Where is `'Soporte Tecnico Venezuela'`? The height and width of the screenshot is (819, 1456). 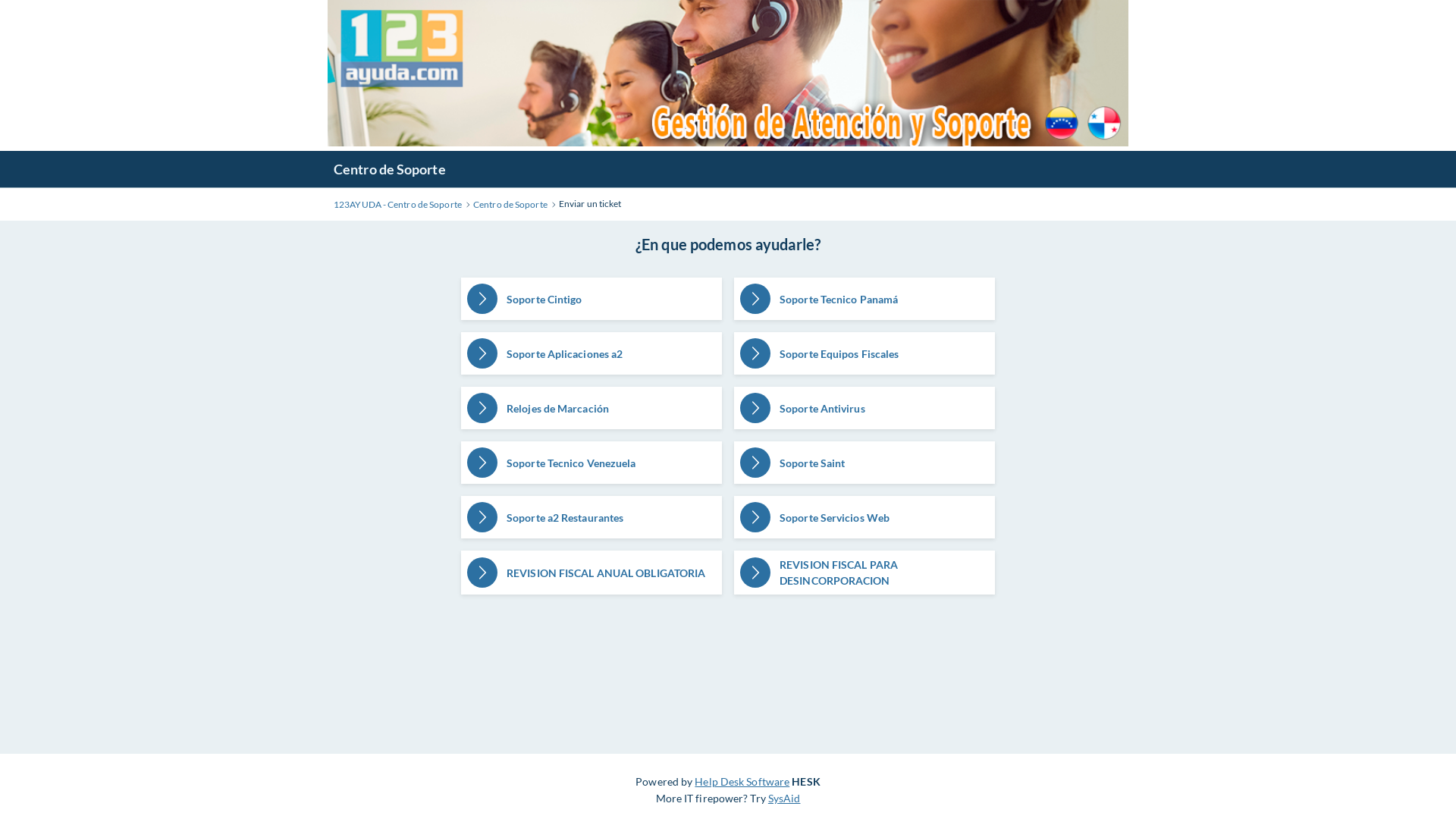
'Soporte Tecnico Venezuela' is located at coordinates (590, 461).